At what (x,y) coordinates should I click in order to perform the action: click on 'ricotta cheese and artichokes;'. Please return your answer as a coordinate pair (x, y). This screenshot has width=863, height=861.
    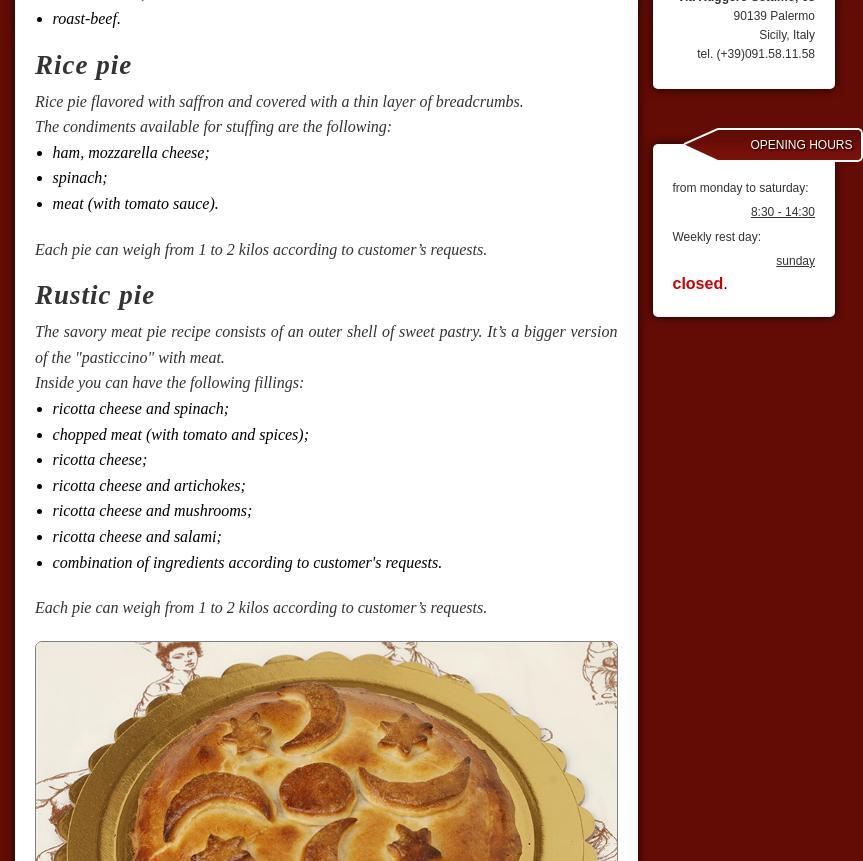
    Looking at the image, I should click on (147, 483).